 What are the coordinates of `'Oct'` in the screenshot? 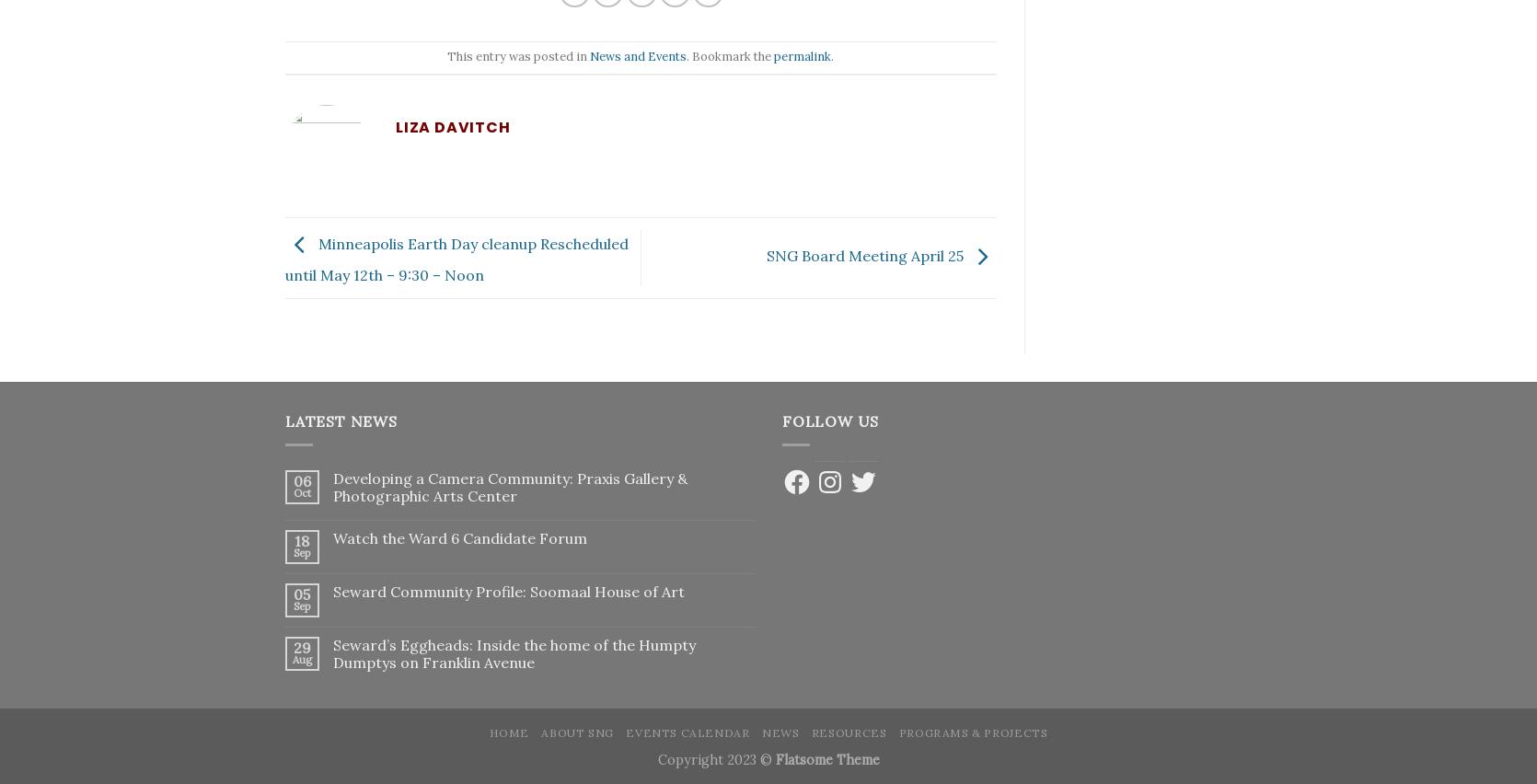 It's located at (300, 491).